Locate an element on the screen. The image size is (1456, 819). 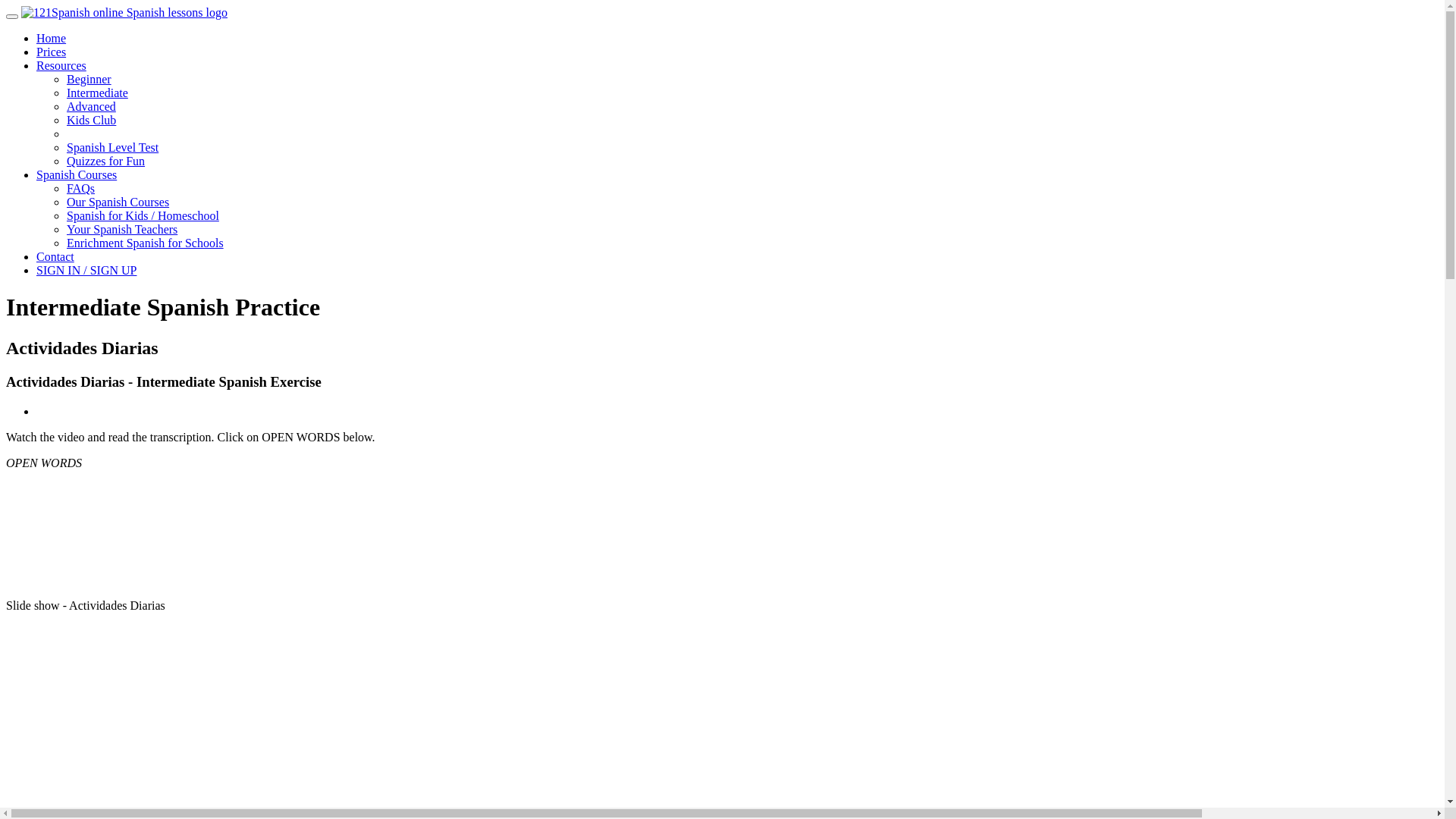
'Spanish for Kids / Homeschool' is located at coordinates (143, 215).